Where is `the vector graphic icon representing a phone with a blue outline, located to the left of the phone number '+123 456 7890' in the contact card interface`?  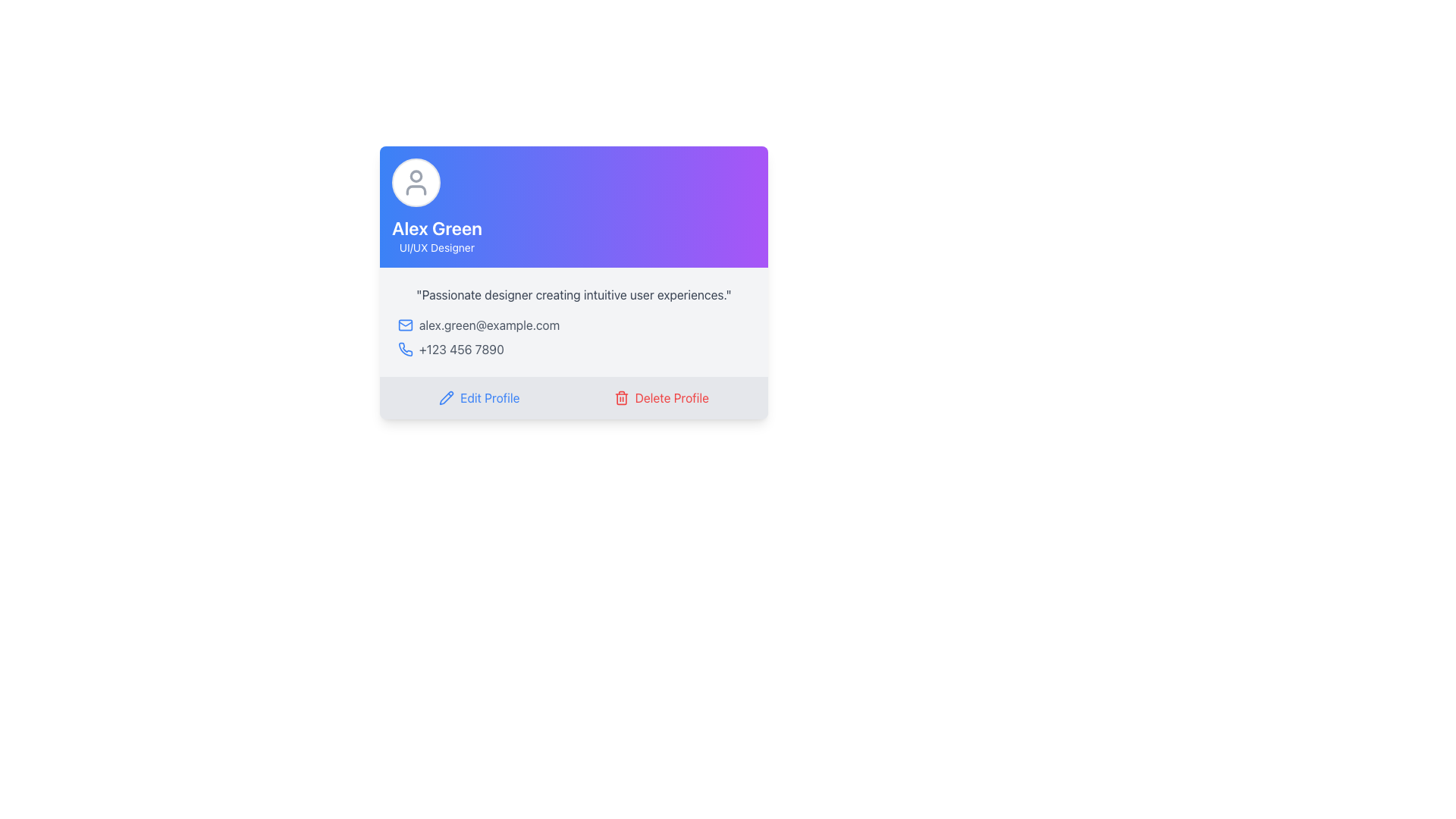
the vector graphic icon representing a phone with a blue outline, located to the left of the phone number '+123 456 7890' in the contact card interface is located at coordinates (406, 349).